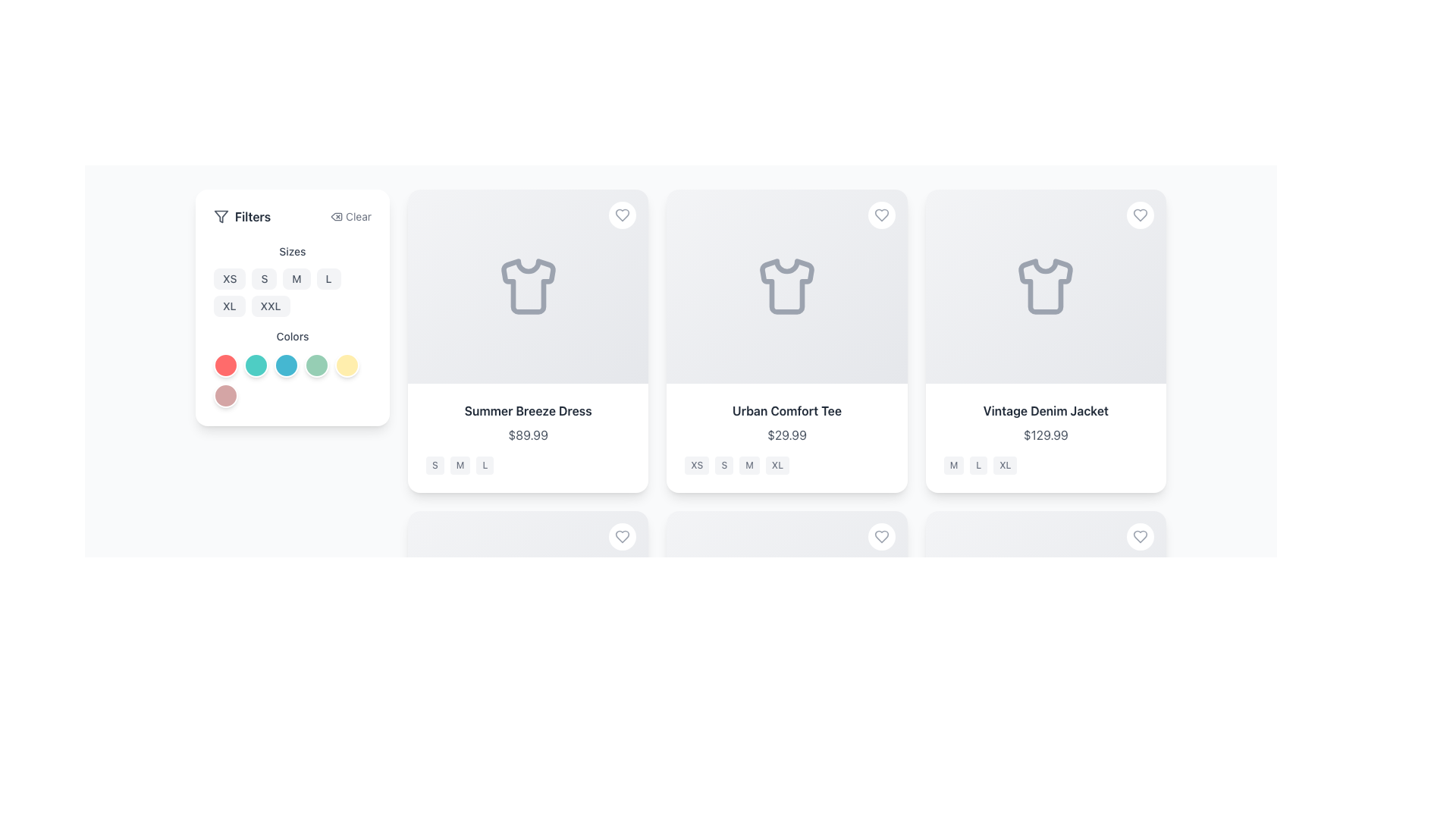 This screenshot has width=1456, height=819. I want to click on the product information block for 'Urban Comfort Tee' located in the center of the third product card from the left, so click(786, 438).